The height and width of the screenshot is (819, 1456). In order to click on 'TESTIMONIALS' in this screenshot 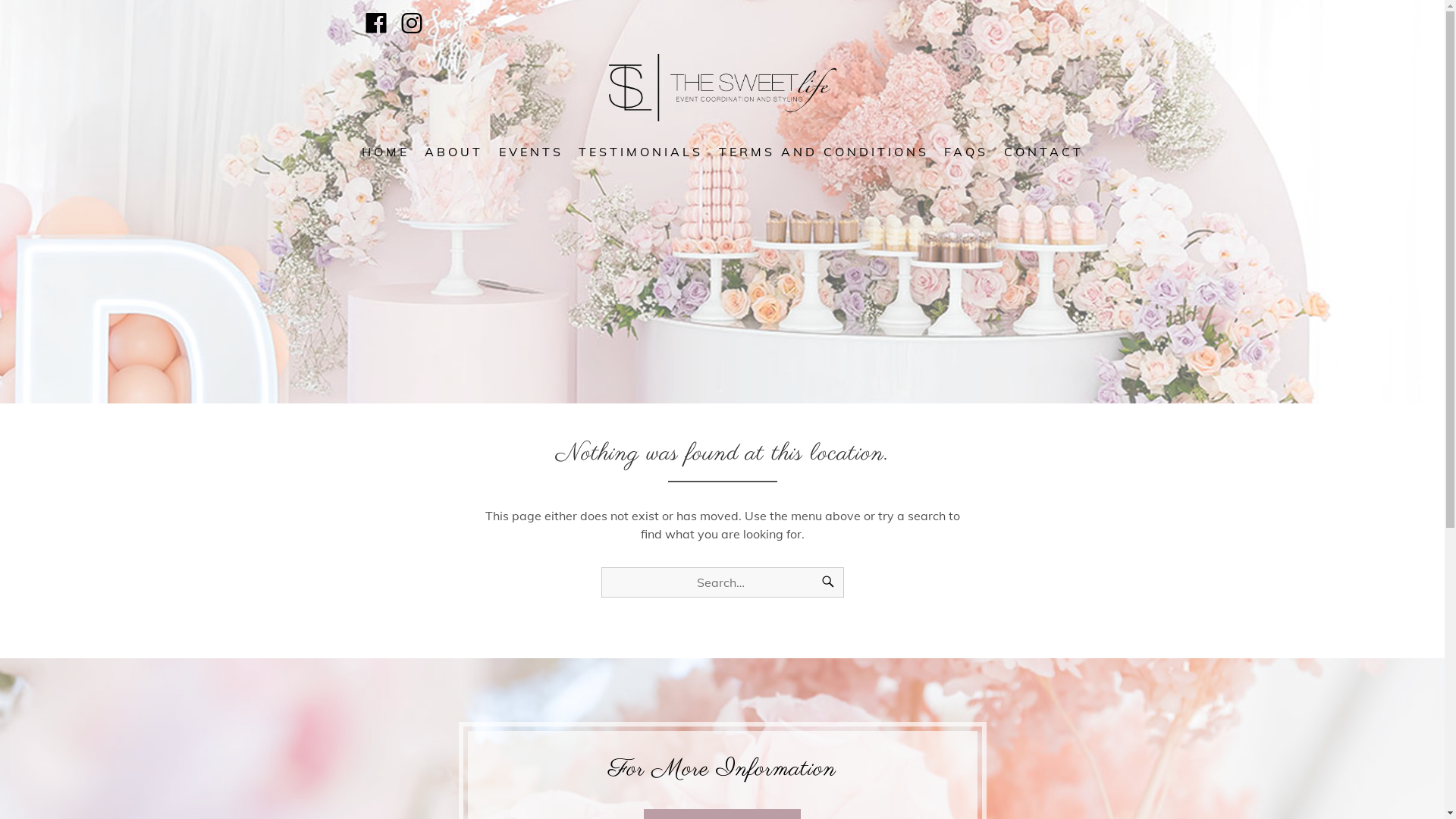, I will do `click(640, 152)`.